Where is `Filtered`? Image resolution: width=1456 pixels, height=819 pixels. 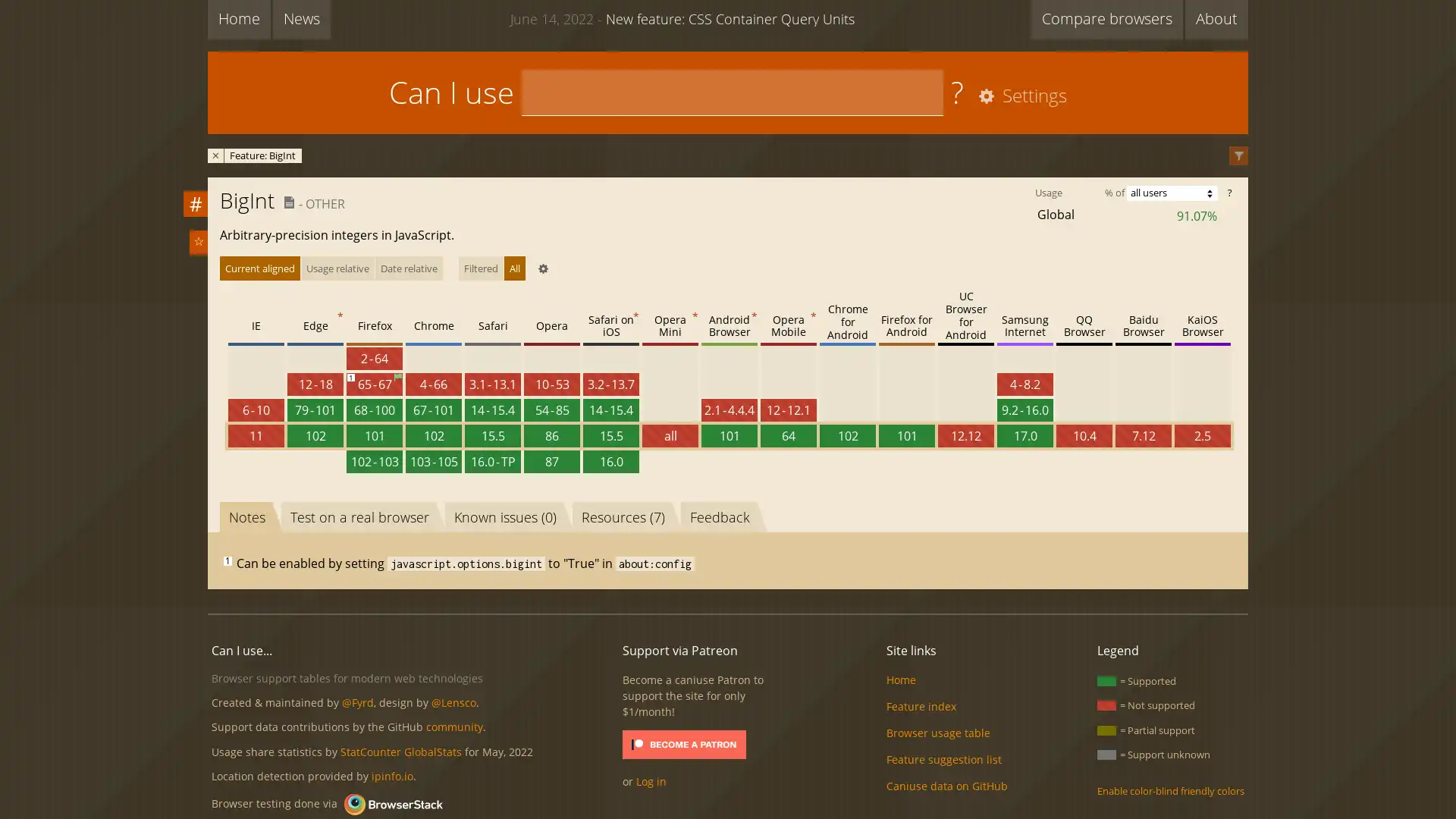 Filtered is located at coordinates (480, 268).